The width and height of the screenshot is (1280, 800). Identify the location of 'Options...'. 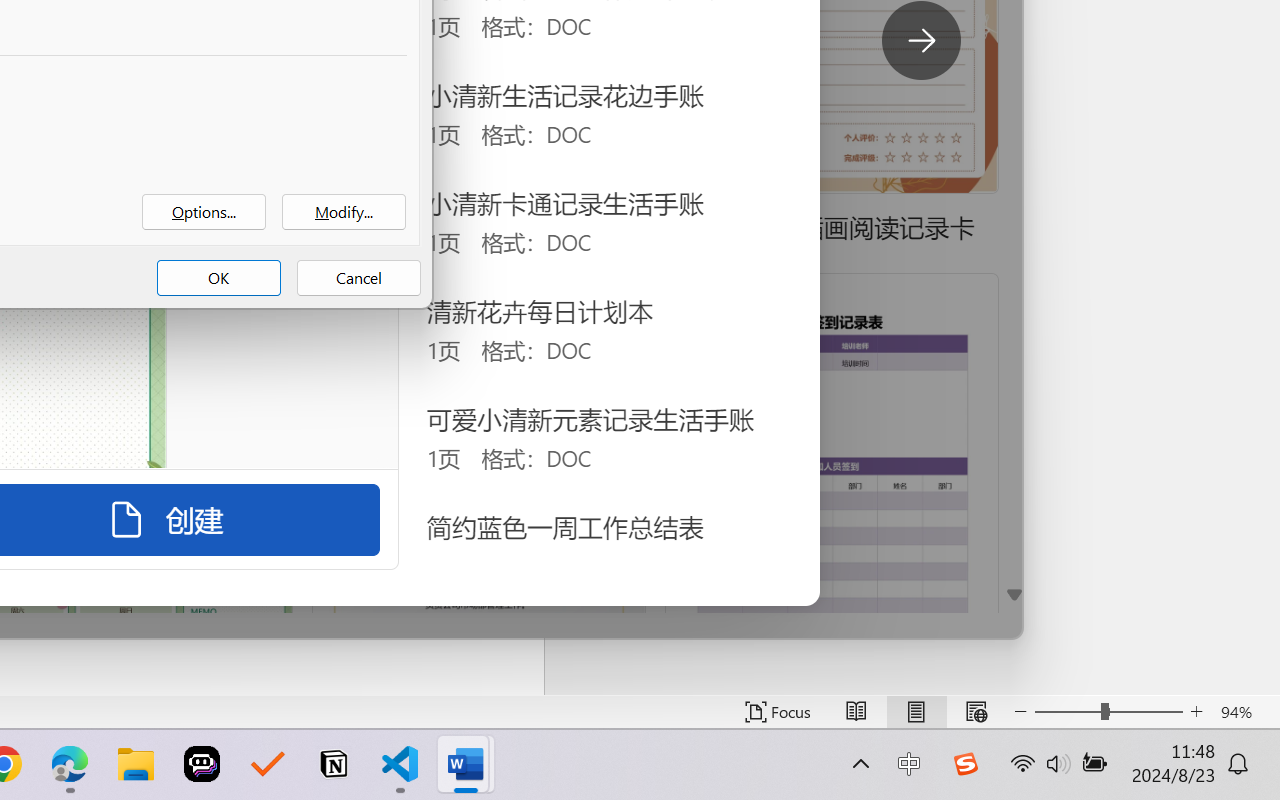
(204, 212).